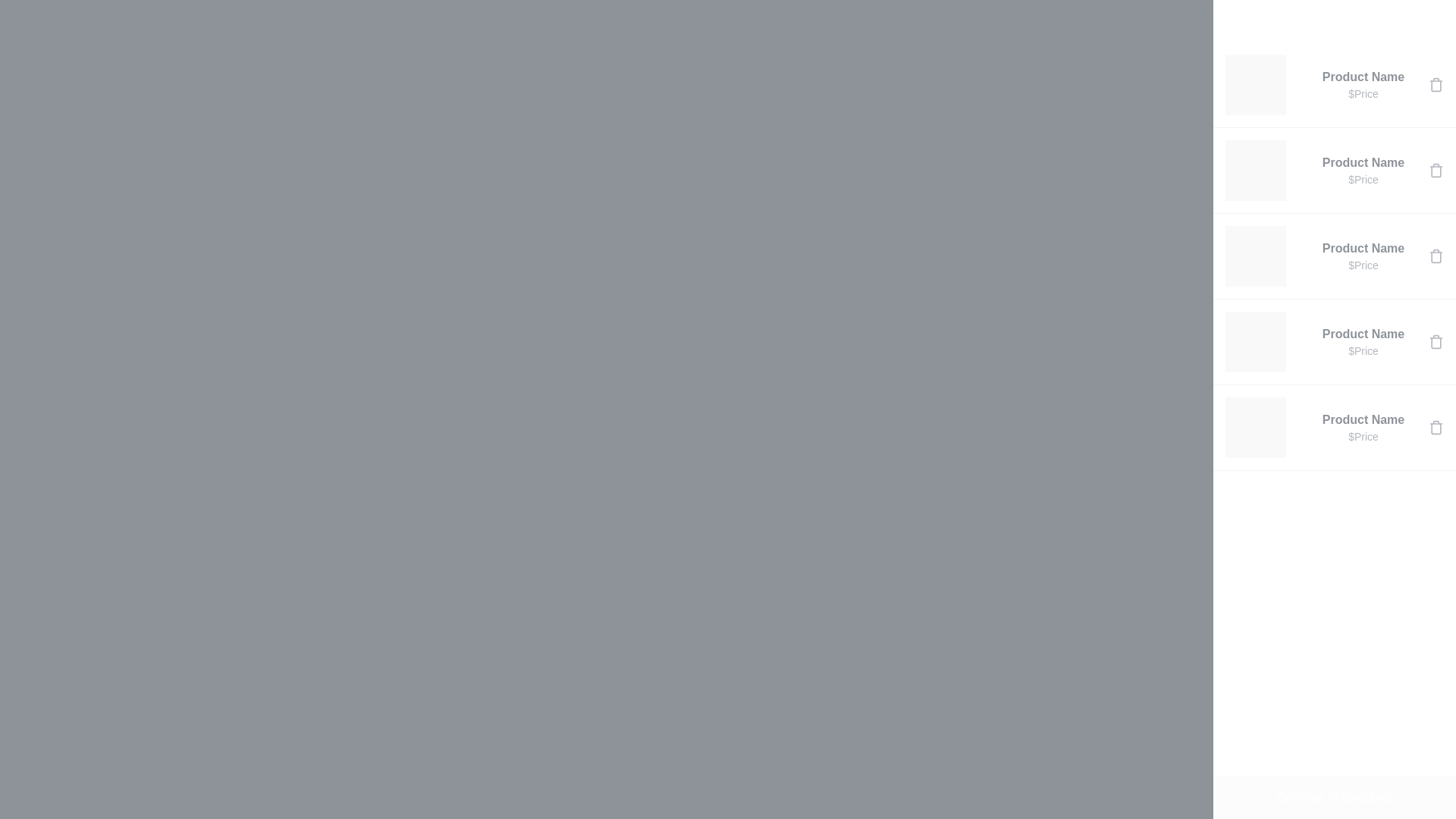 The width and height of the screenshot is (1456, 819). I want to click on the body section of the trash bin icon, which symbolizes the delete action for the third product entry in the list, so click(1436, 256).